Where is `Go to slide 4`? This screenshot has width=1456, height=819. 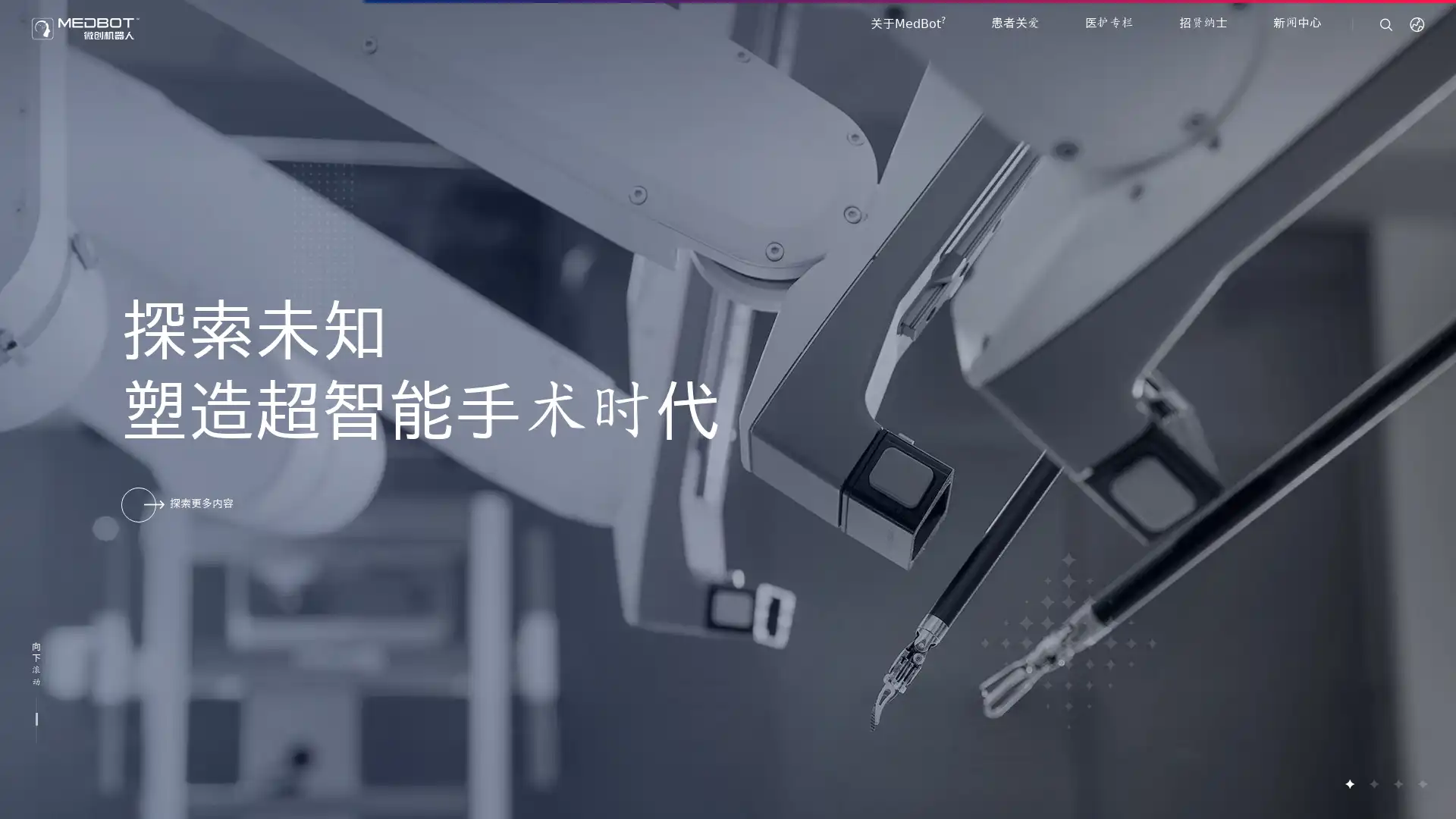 Go to slide 4 is located at coordinates (1421, 783).